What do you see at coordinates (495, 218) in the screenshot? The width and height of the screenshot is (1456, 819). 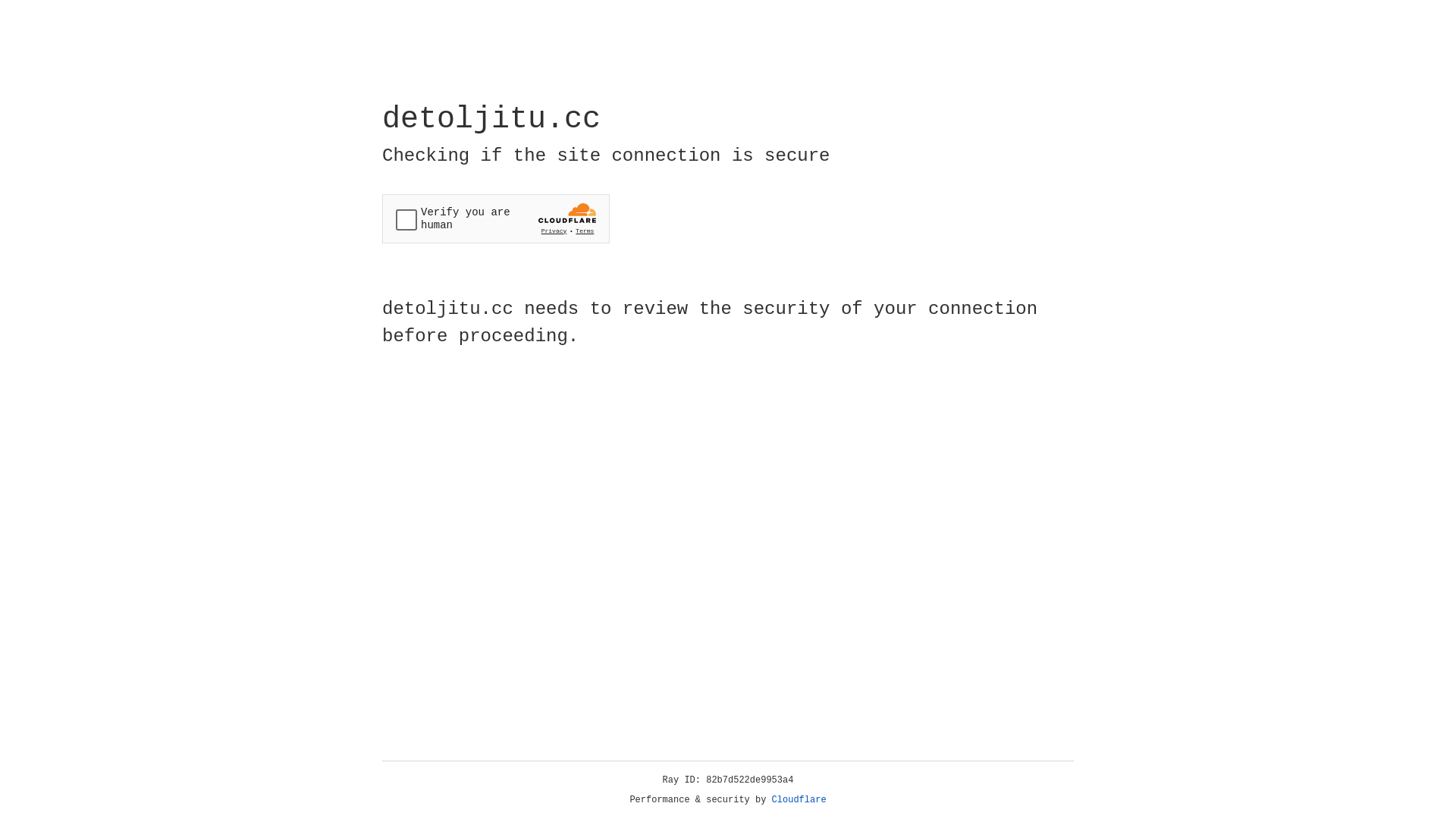 I see `'Widget containing a Cloudflare security challenge'` at bounding box center [495, 218].